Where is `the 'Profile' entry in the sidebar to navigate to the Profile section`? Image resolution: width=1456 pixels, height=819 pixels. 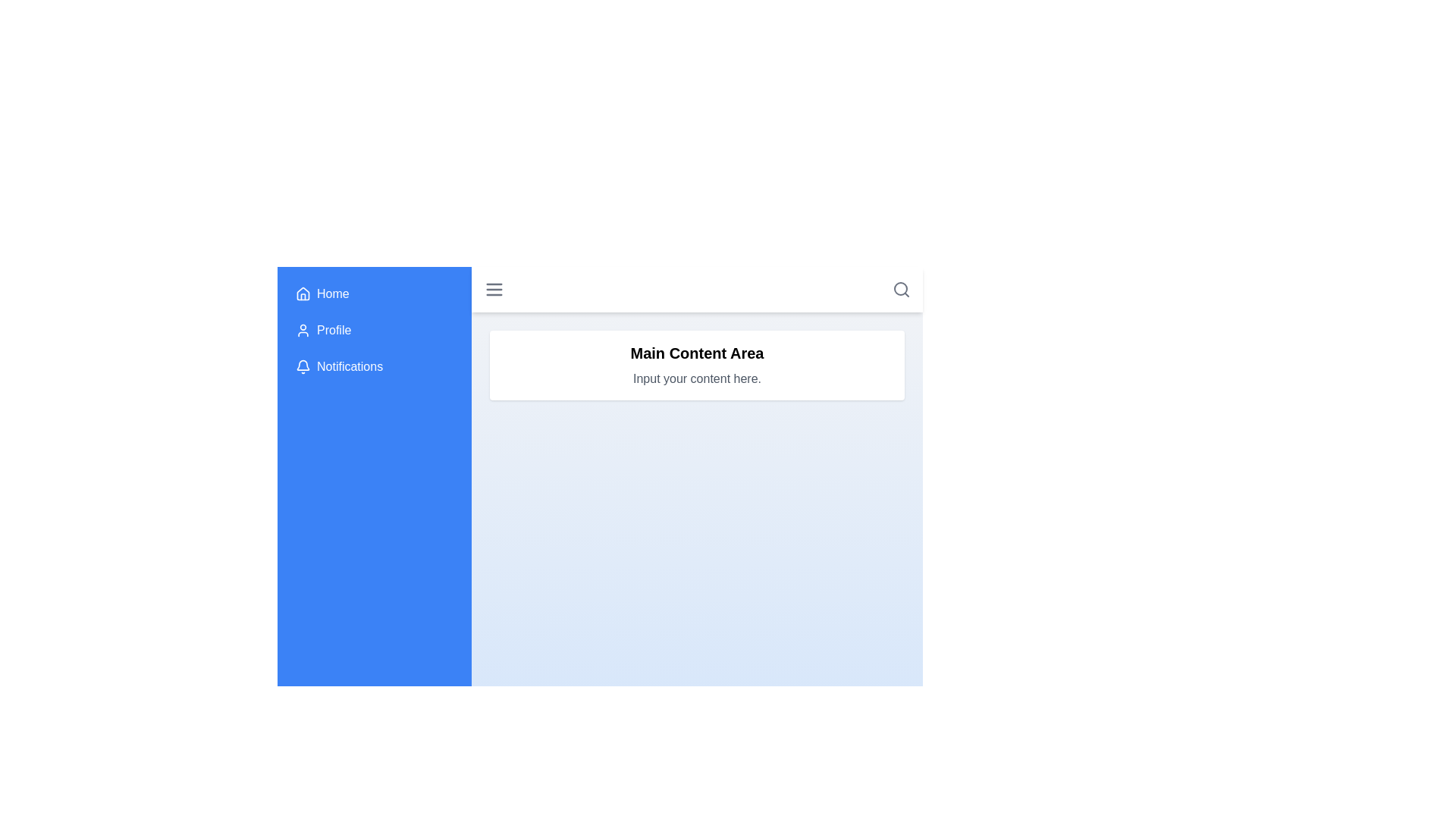 the 'Profile' entry in the sidebar to navigate to the Profile section is located at coordinates (375, 329).